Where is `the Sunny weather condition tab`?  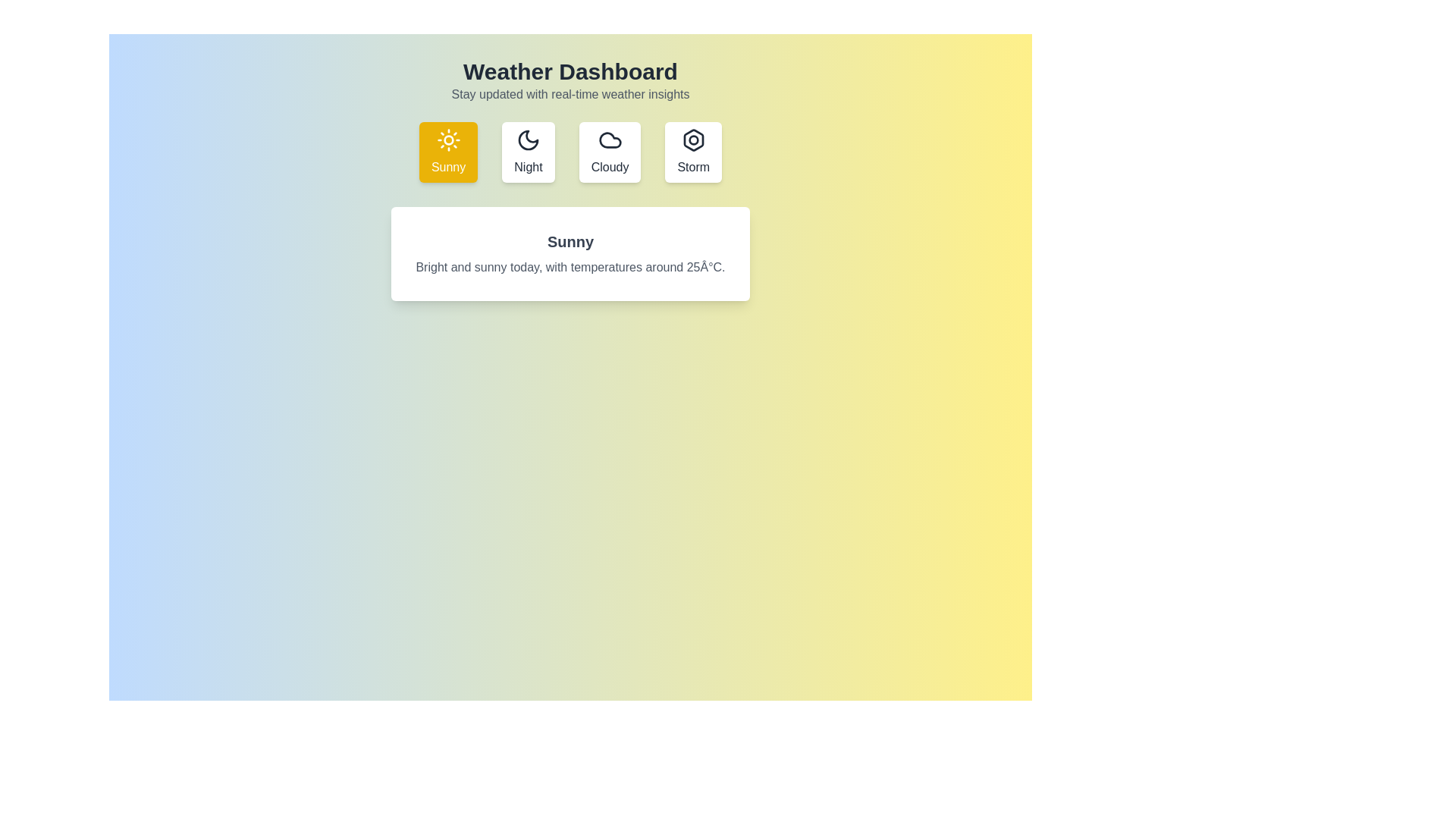
the Sunny weather condition tab is located at coordinates (447, 152).